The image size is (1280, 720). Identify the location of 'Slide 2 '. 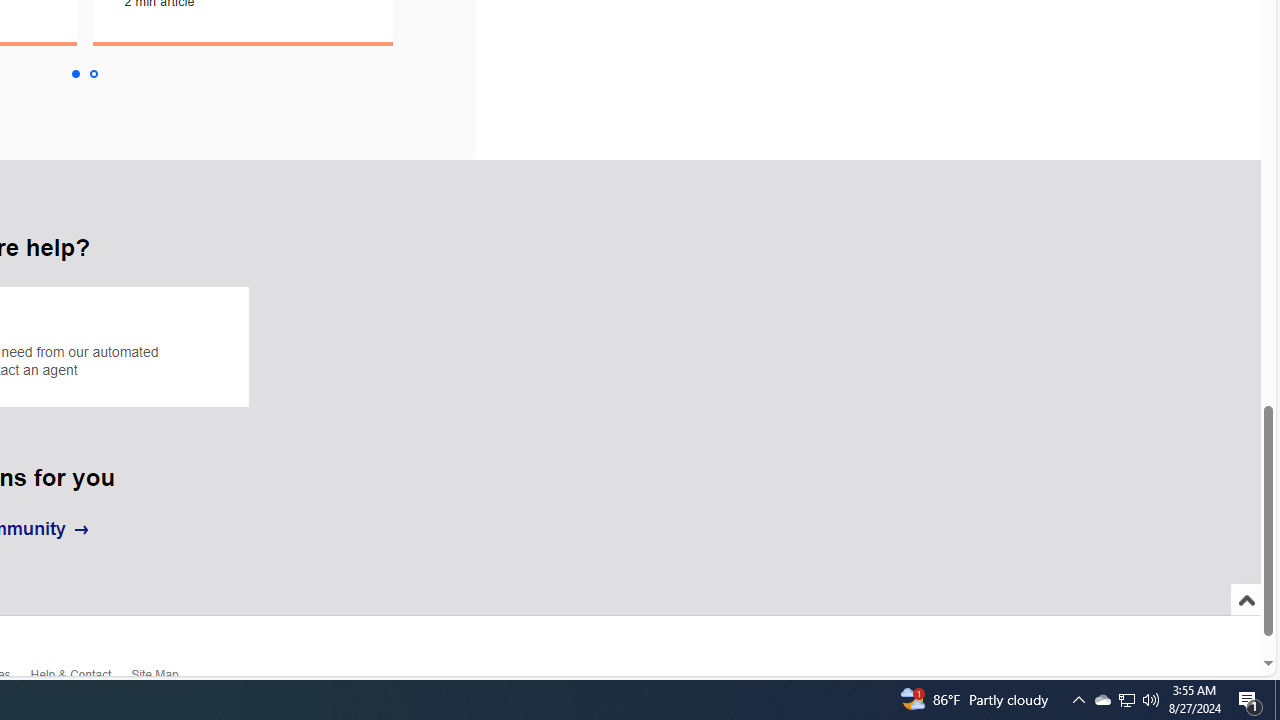
(93, 73).